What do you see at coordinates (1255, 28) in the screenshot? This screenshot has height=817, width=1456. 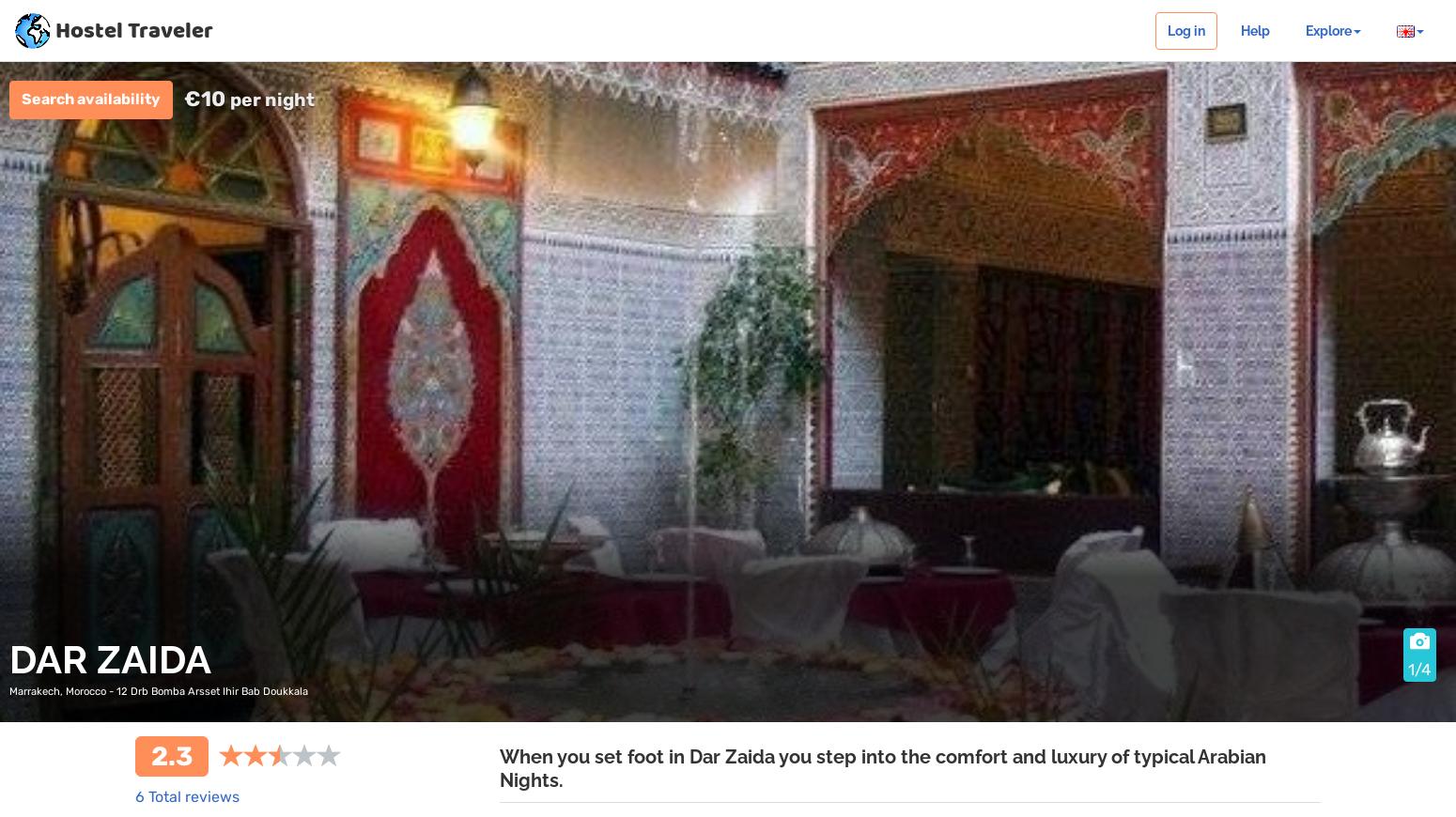 I see `'Help'` at bounding box center [1255, 28].